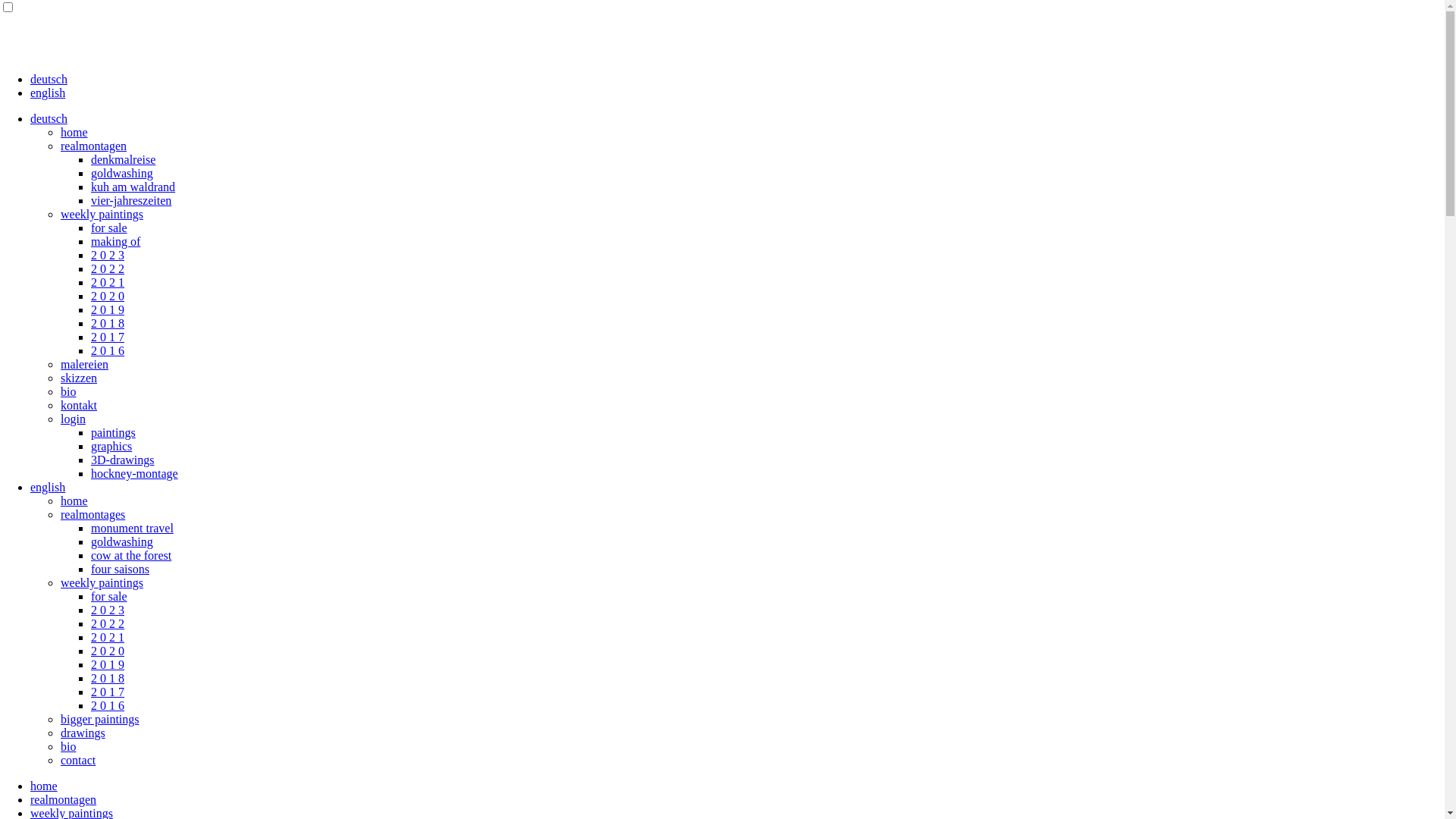 The width and height of the screenshot is (1456, 819). Describe the element at coordinates (73, 500) in the screenshot. I see `'home'` at that location.